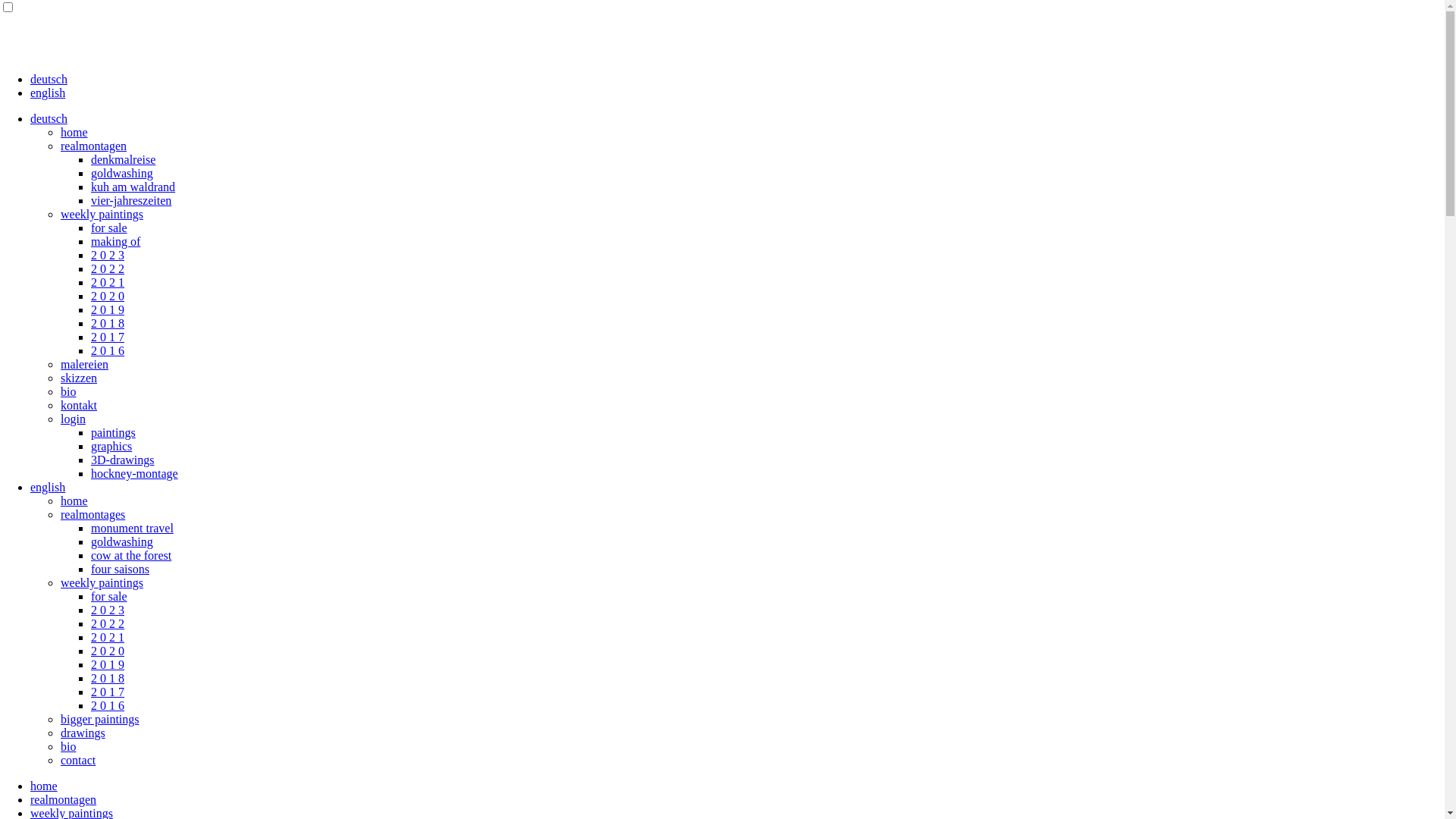 The width and height of the screenshot is (1456, 819). Describe the element at coordinates (73, 500) in the screenshot. I see `'home'` at that location.